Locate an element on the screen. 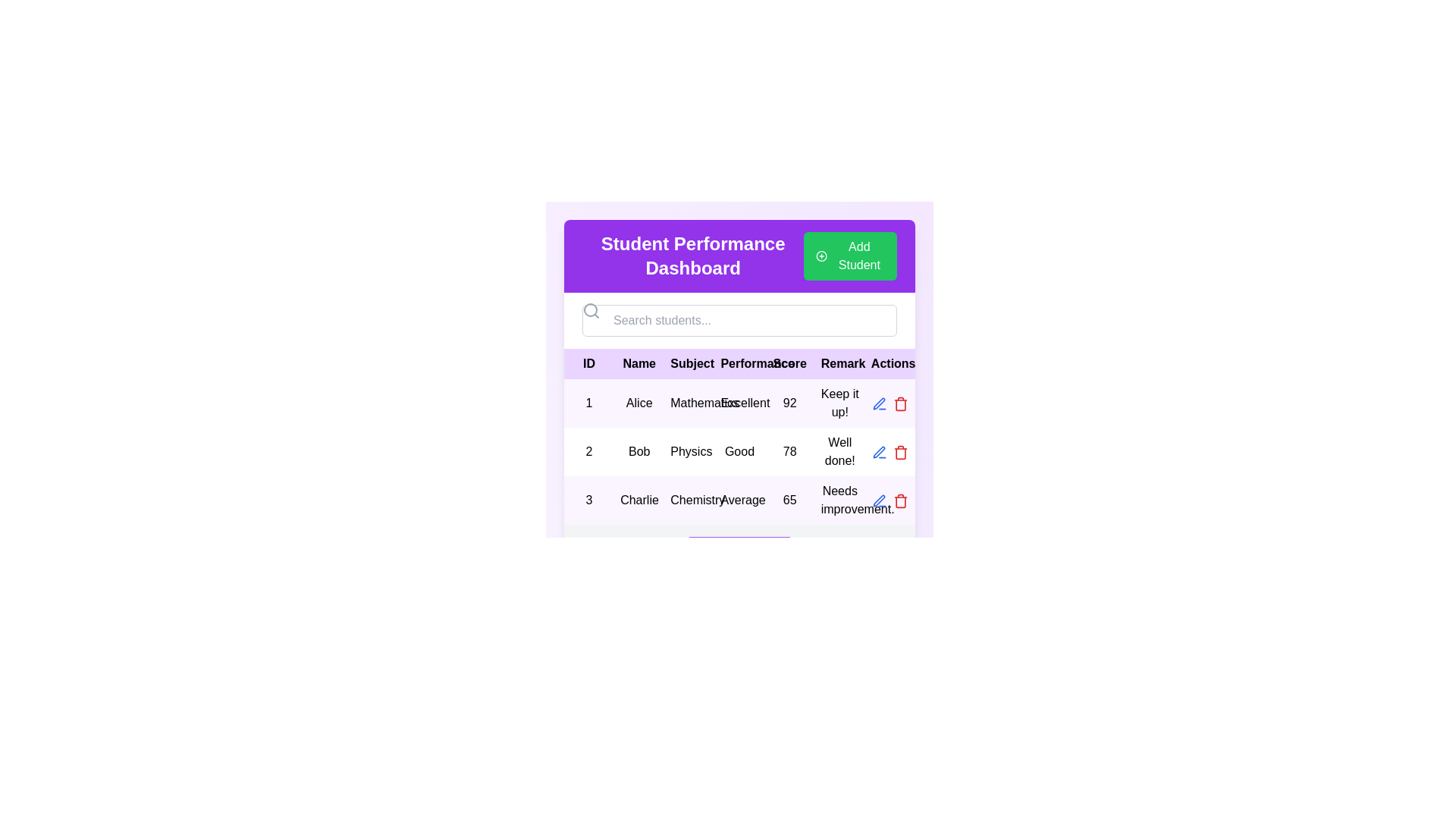 The height and width of the screenshot is (819, 1456). the 'Performance' table header, which is the fourth header in a sequence of seven, located in the header row of a table, with 'Subject' to its left and 'Score' to its right is located at coordinates (739, 363).